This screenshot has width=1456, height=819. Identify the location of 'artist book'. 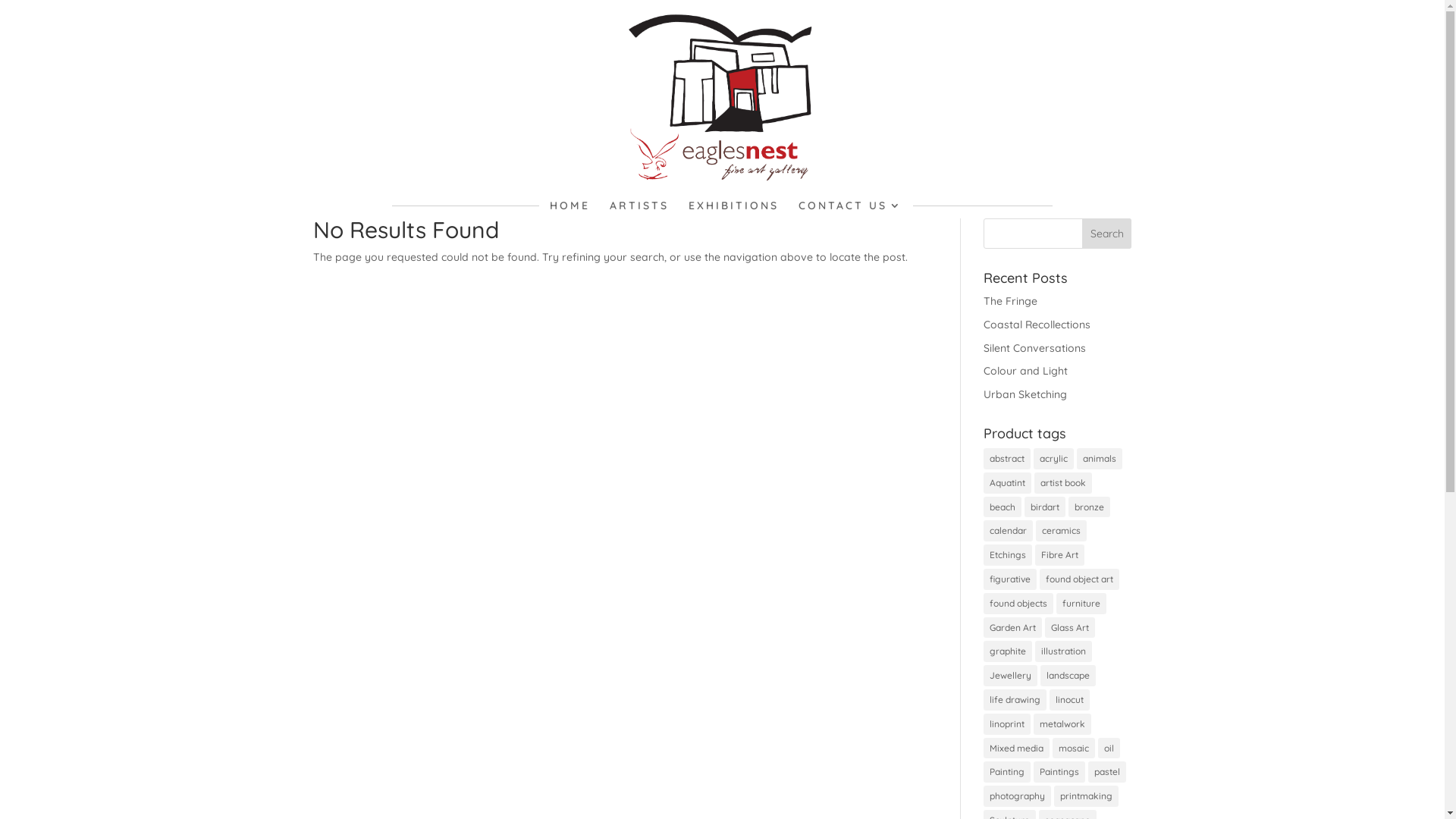
(1062, 482).